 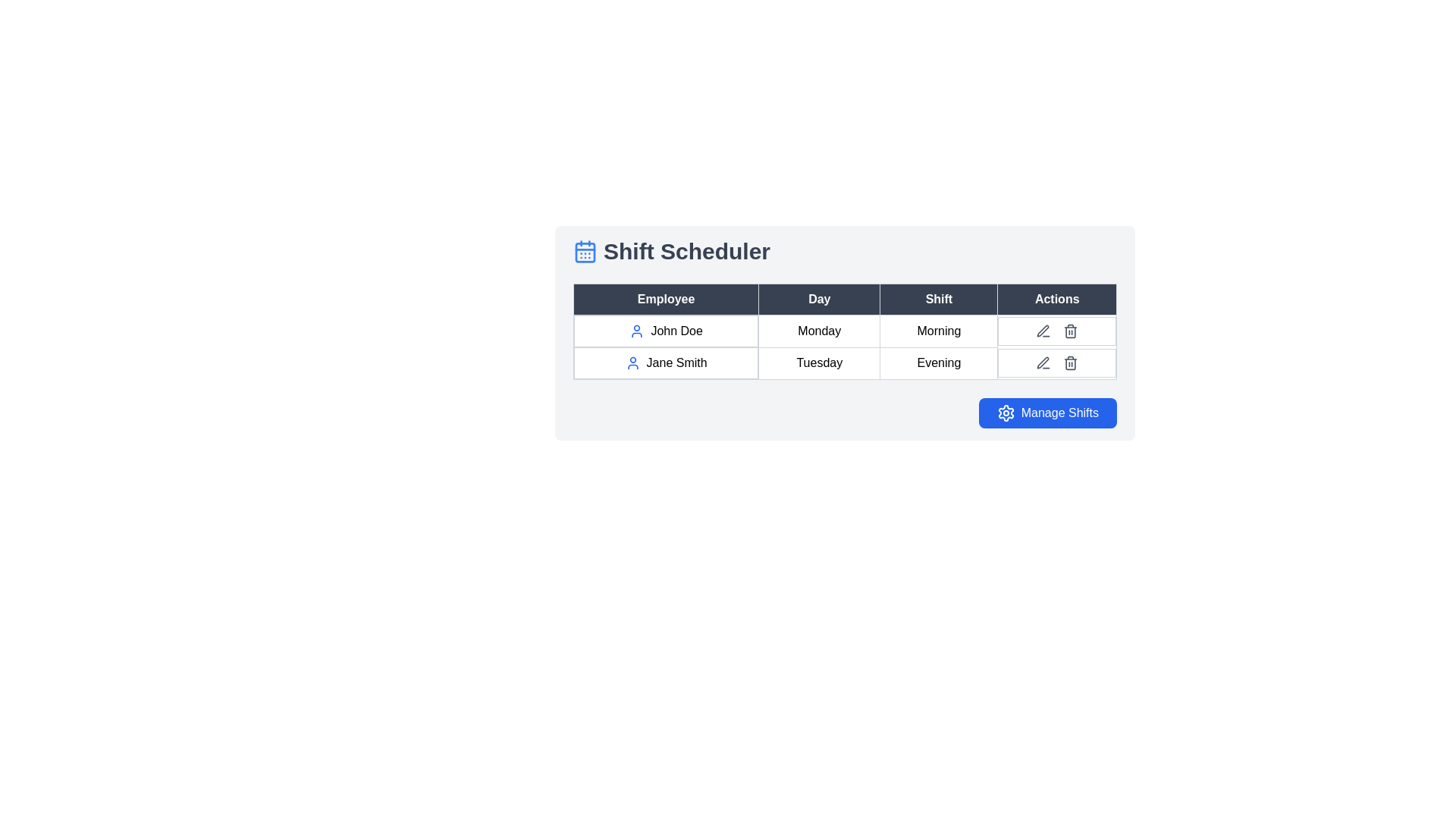 I want to click on the bin icon in the 'Actions' column of the first row for the 'Monday Morning' shift associated with 'John Doe', so click(x=1056, y=330).